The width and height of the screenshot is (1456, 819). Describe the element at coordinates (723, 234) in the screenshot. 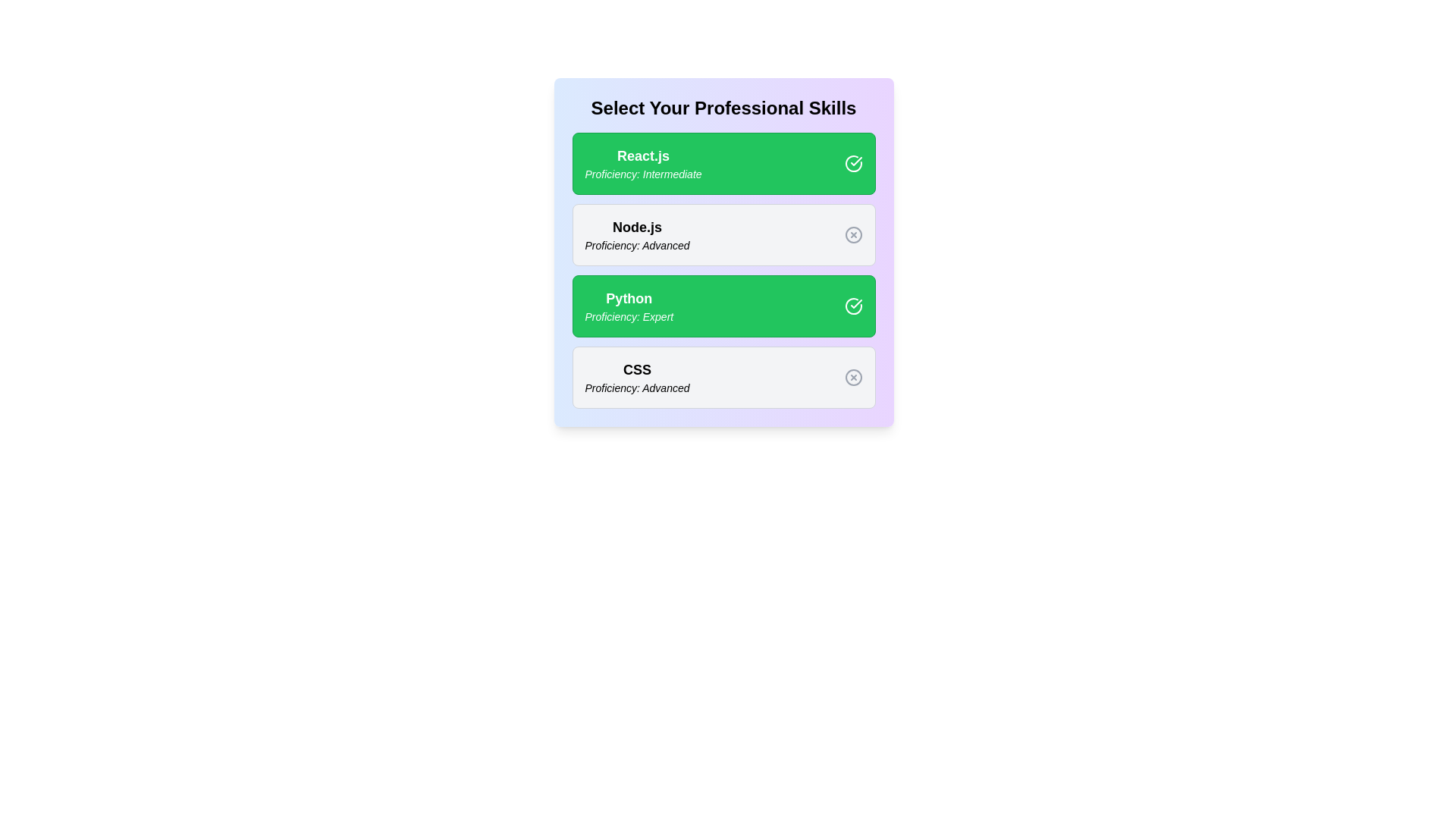

I see `the skill card for Node.js` at that location.